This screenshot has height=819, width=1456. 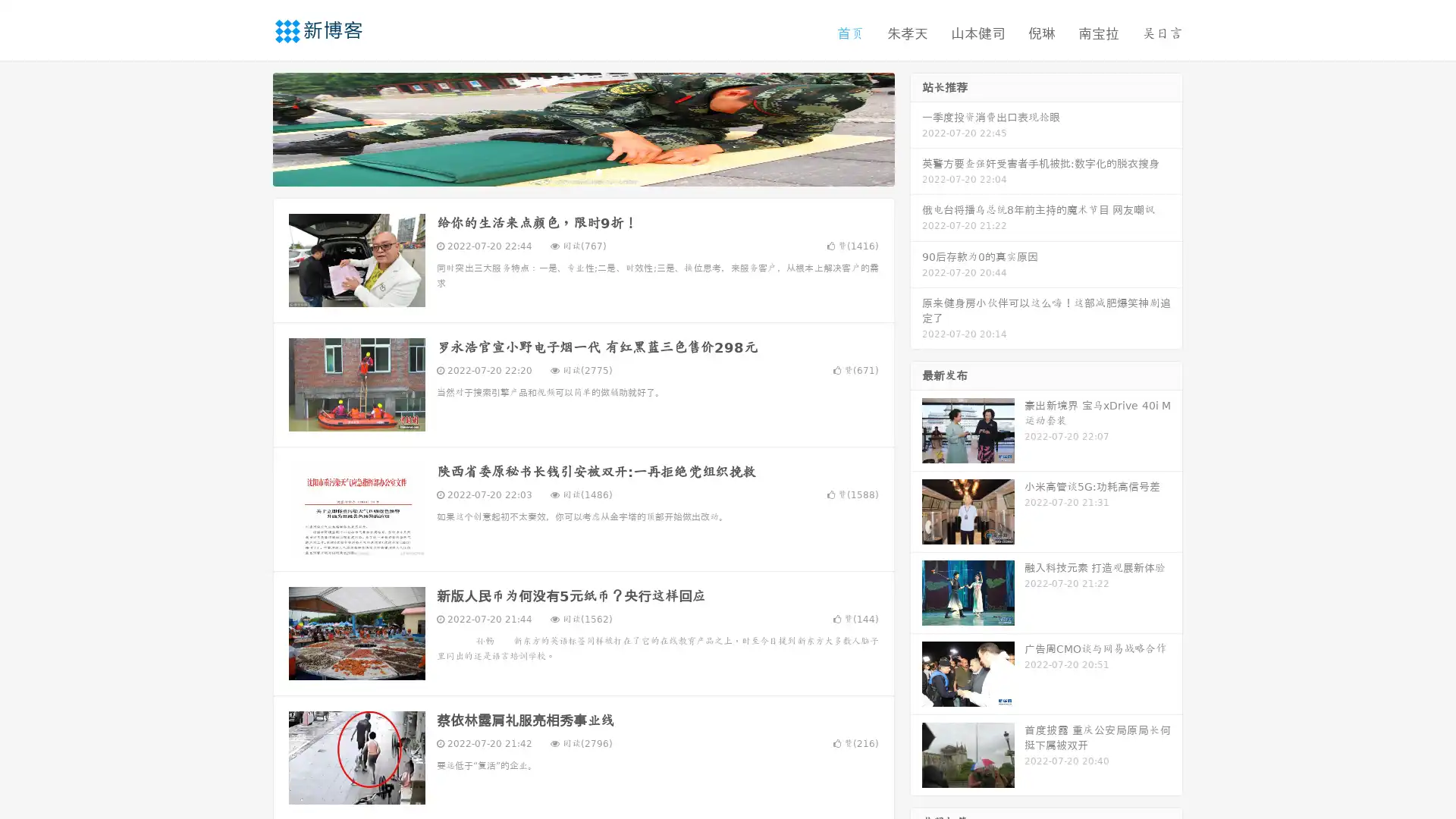 What do you see at coordinates (598, 171) in the screenshot?
I see `Go to slide 3` at bounding box center [598, 171].